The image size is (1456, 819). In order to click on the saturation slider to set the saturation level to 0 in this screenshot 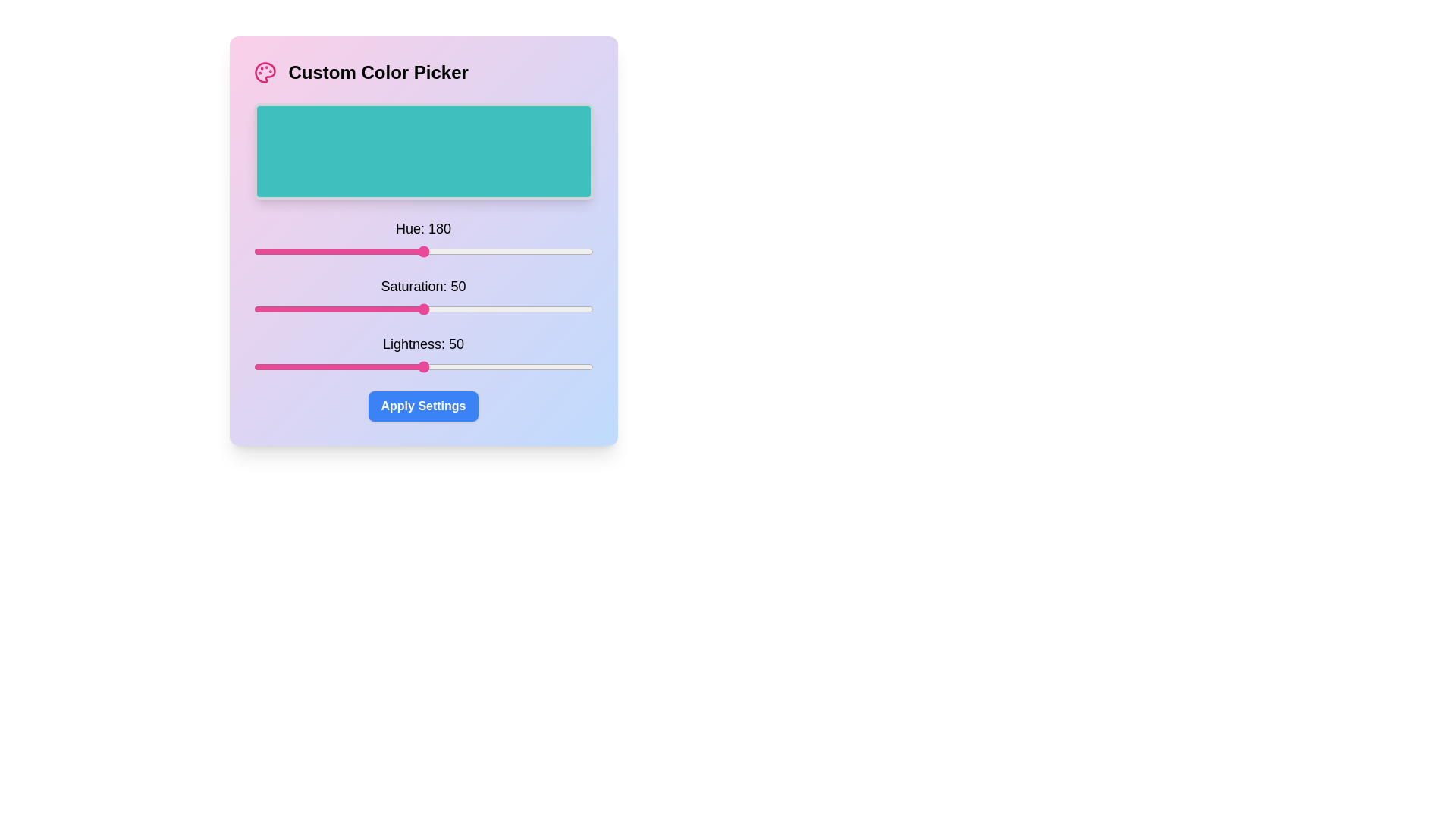, I will do `click(253, 309)`.